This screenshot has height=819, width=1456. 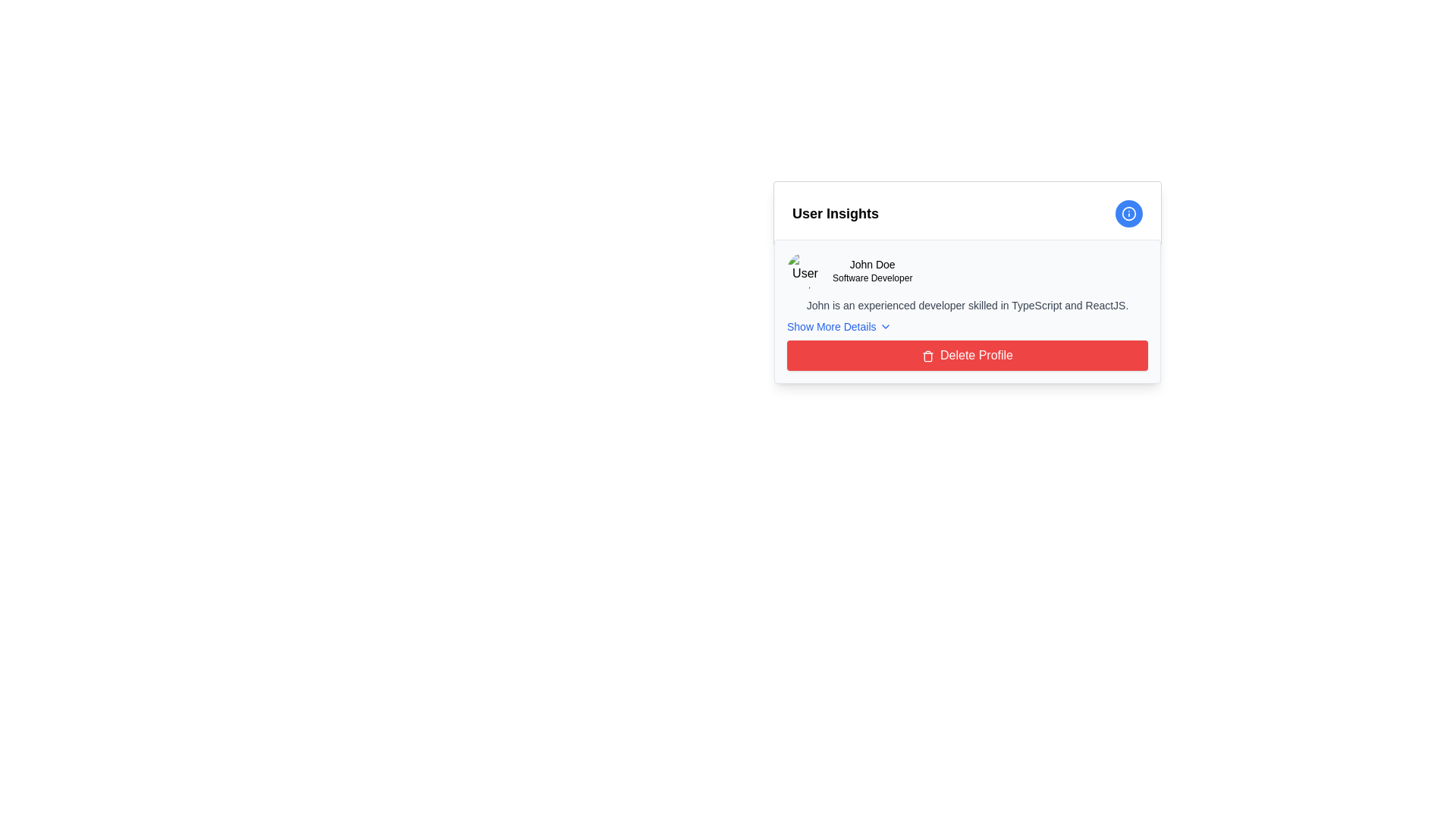 I want to click on the small circular icon button with a blue background and white border containing an info symbol, located in the top-right corner of the 'User Insights' card, so click(x=1128, y=213).